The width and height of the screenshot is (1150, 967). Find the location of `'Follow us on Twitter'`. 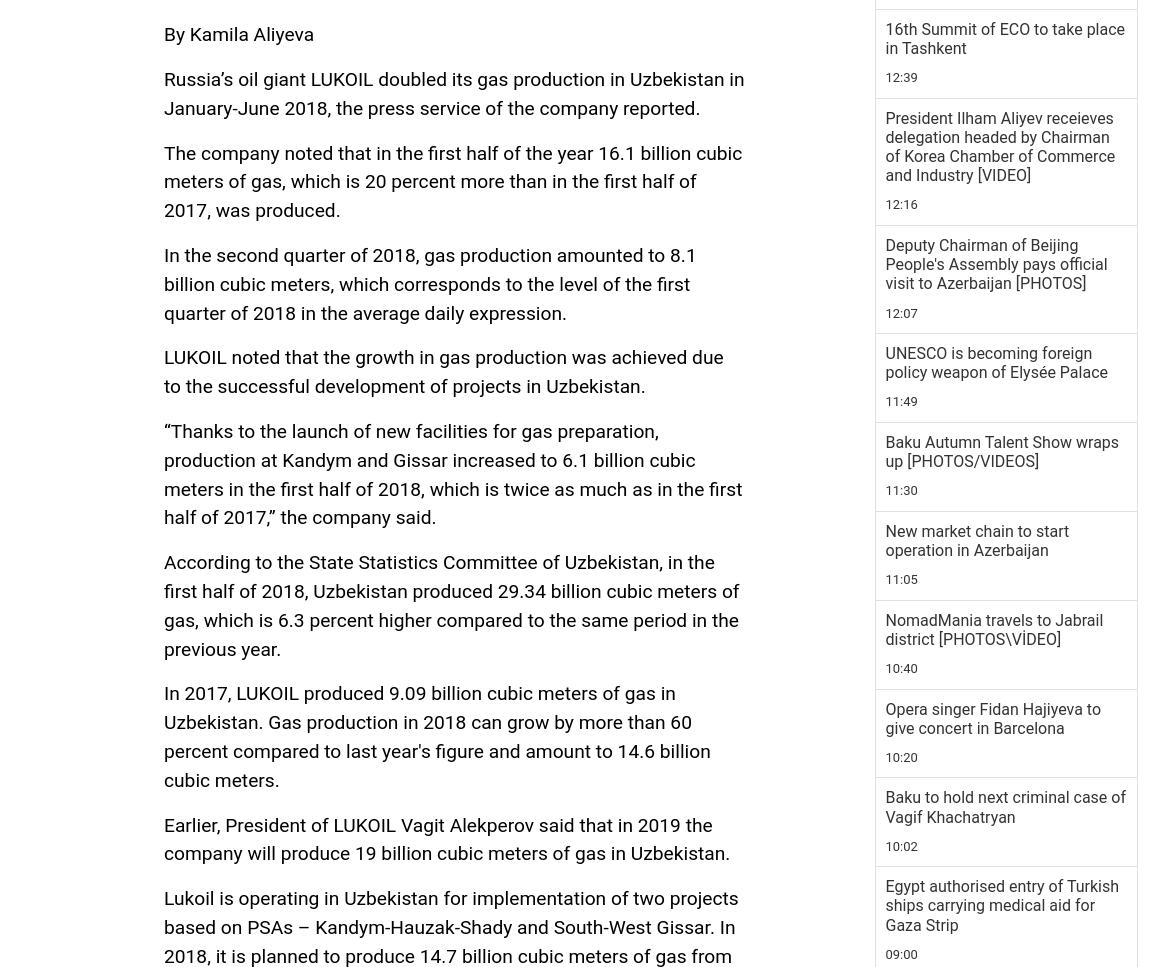

'Follow us on Twitter' is located at coordinates (250, 425).